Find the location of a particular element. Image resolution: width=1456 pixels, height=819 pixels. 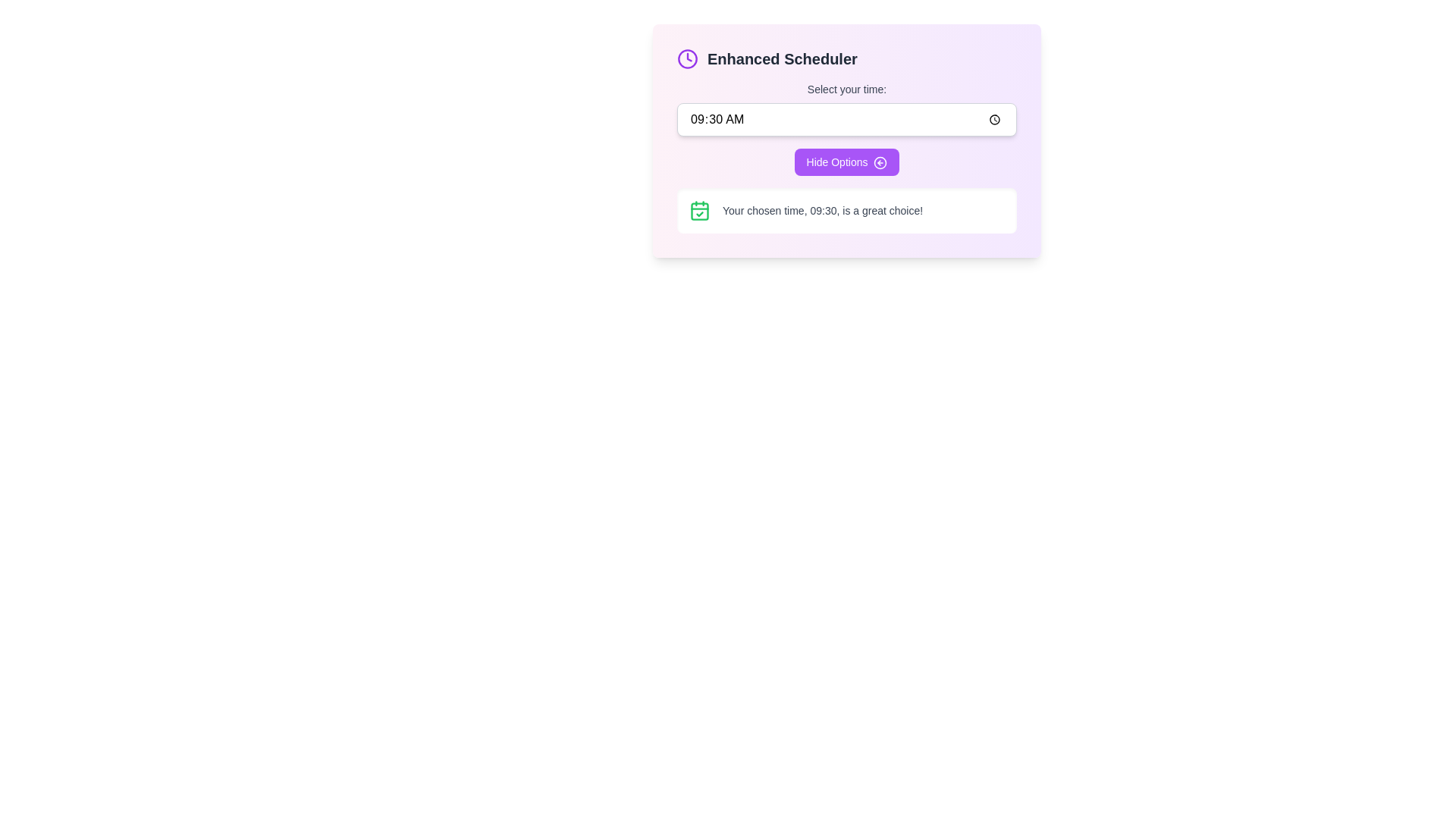

the directional icon indicating a return action, which is located adjacent to the 'Hide Options' button on the far-right side is located at coordinates (880, 163).